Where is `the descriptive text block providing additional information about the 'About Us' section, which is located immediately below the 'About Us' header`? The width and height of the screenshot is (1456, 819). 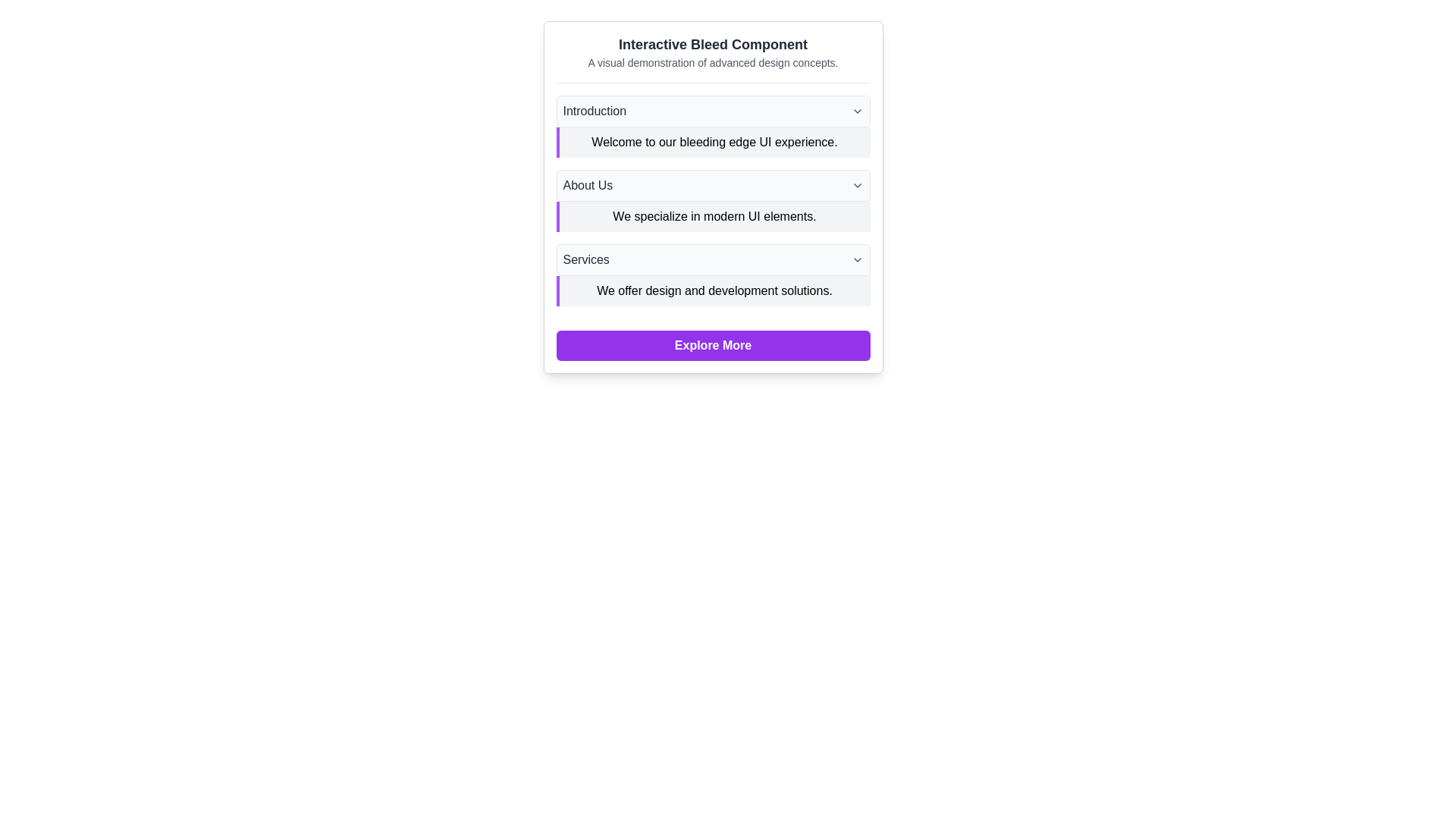
the descriptive text block providing additional information about the 'About Us' section, which is located immediately below the 'About Us' header is located at coordinates (712, 216).